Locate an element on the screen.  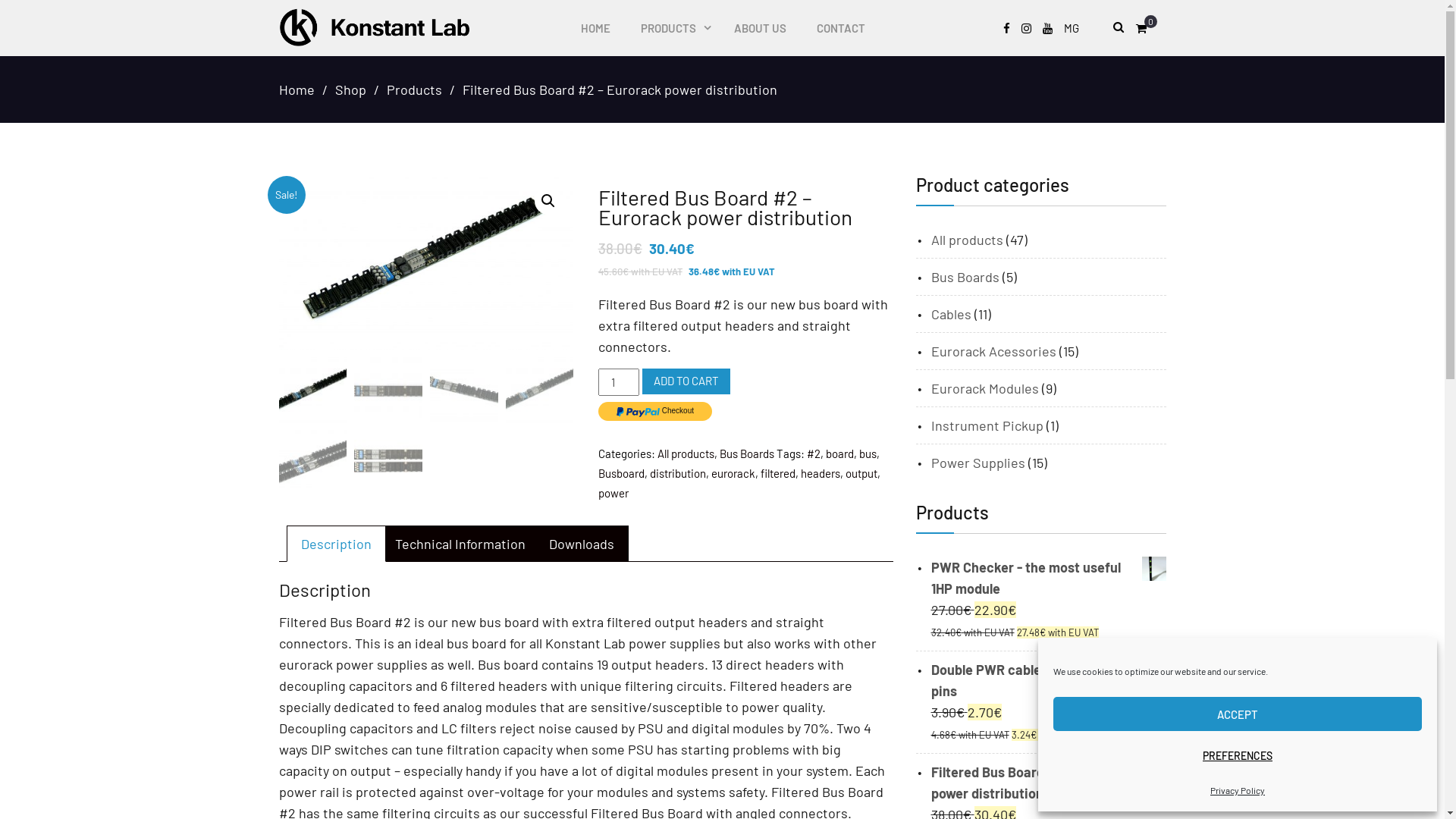
'eurorack' is located at coordinates (710, 472).